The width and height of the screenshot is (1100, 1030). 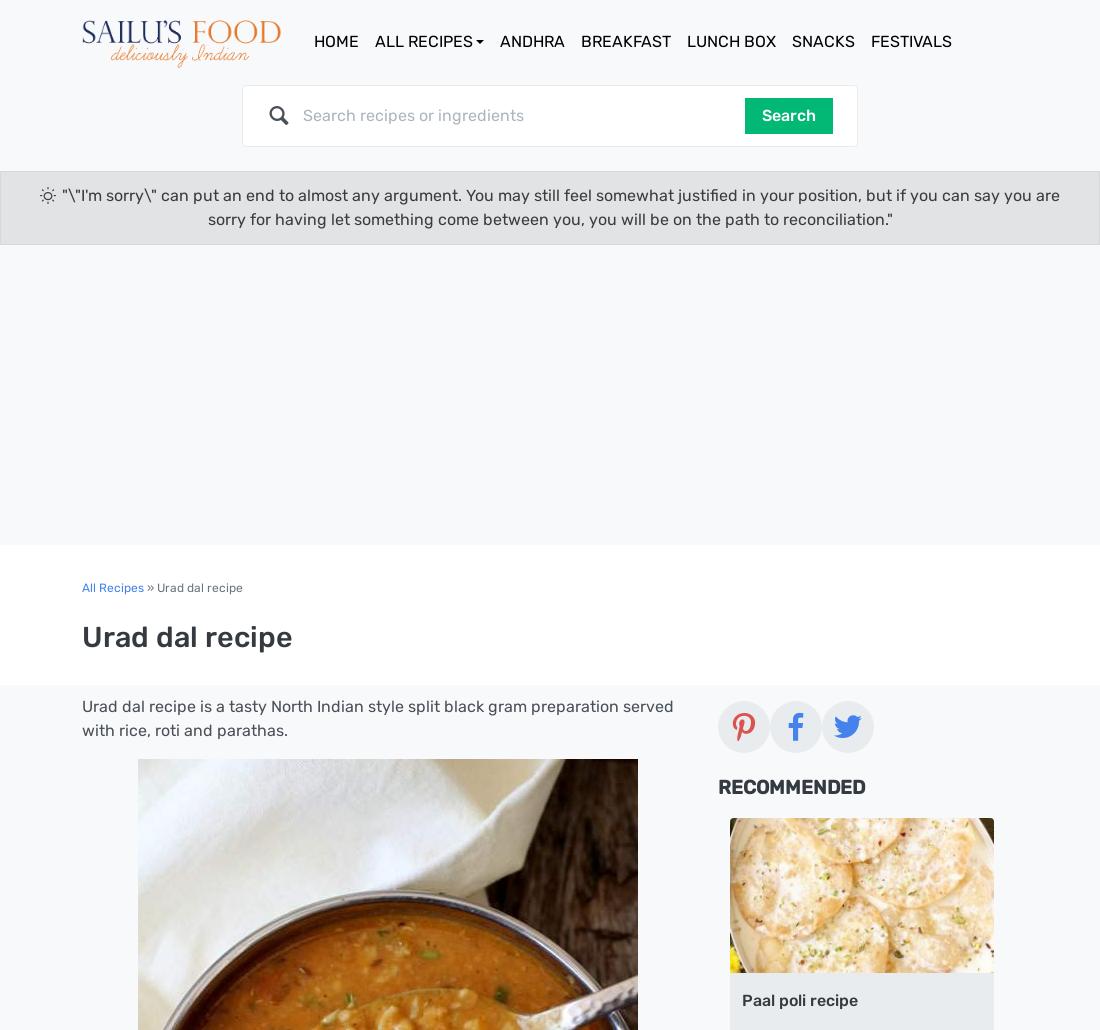 I want to click on 'Lunch Box', so click(x=730, y=41).